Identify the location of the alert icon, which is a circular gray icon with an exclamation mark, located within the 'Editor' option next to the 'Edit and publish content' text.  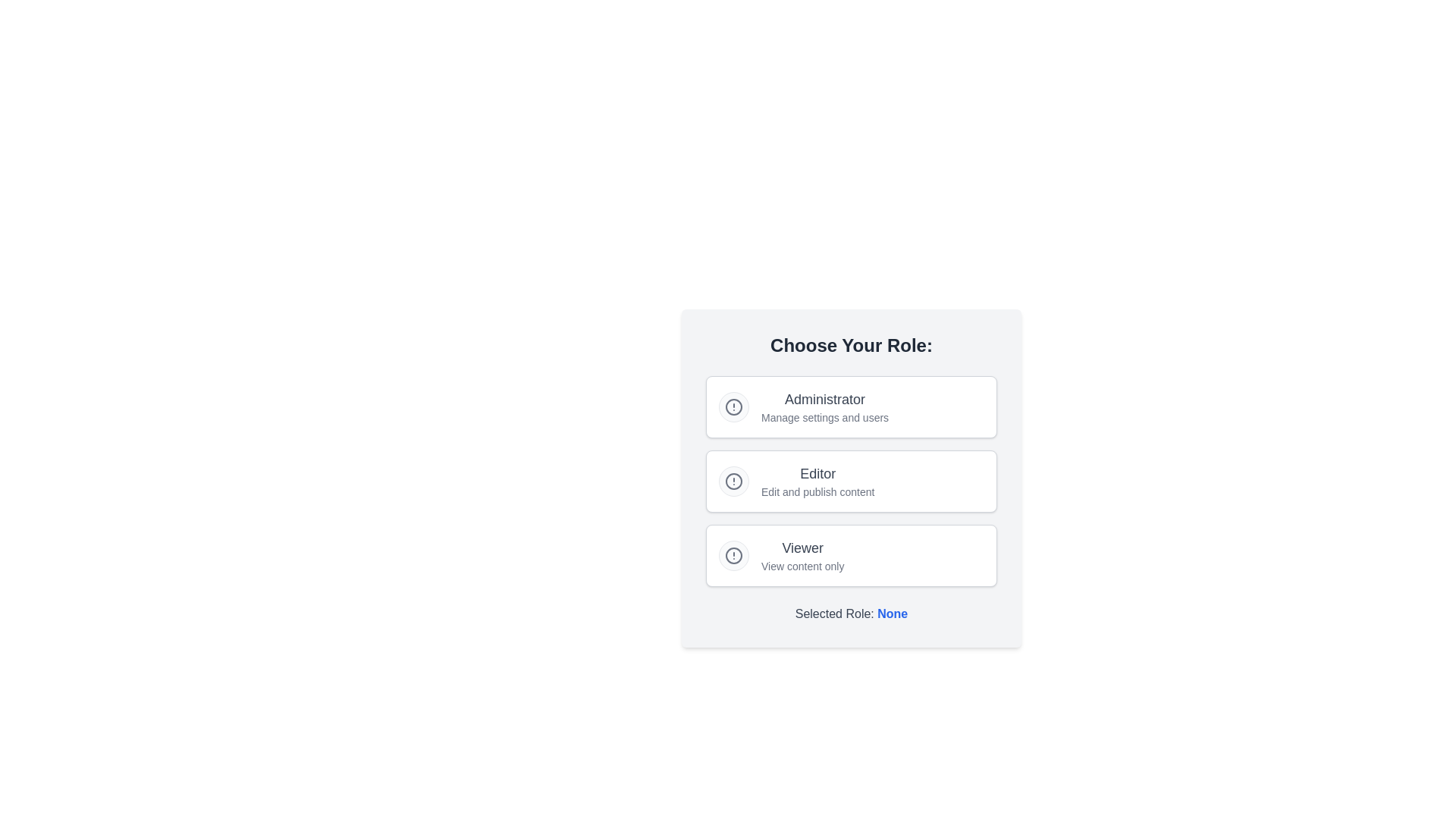
(734, 482).